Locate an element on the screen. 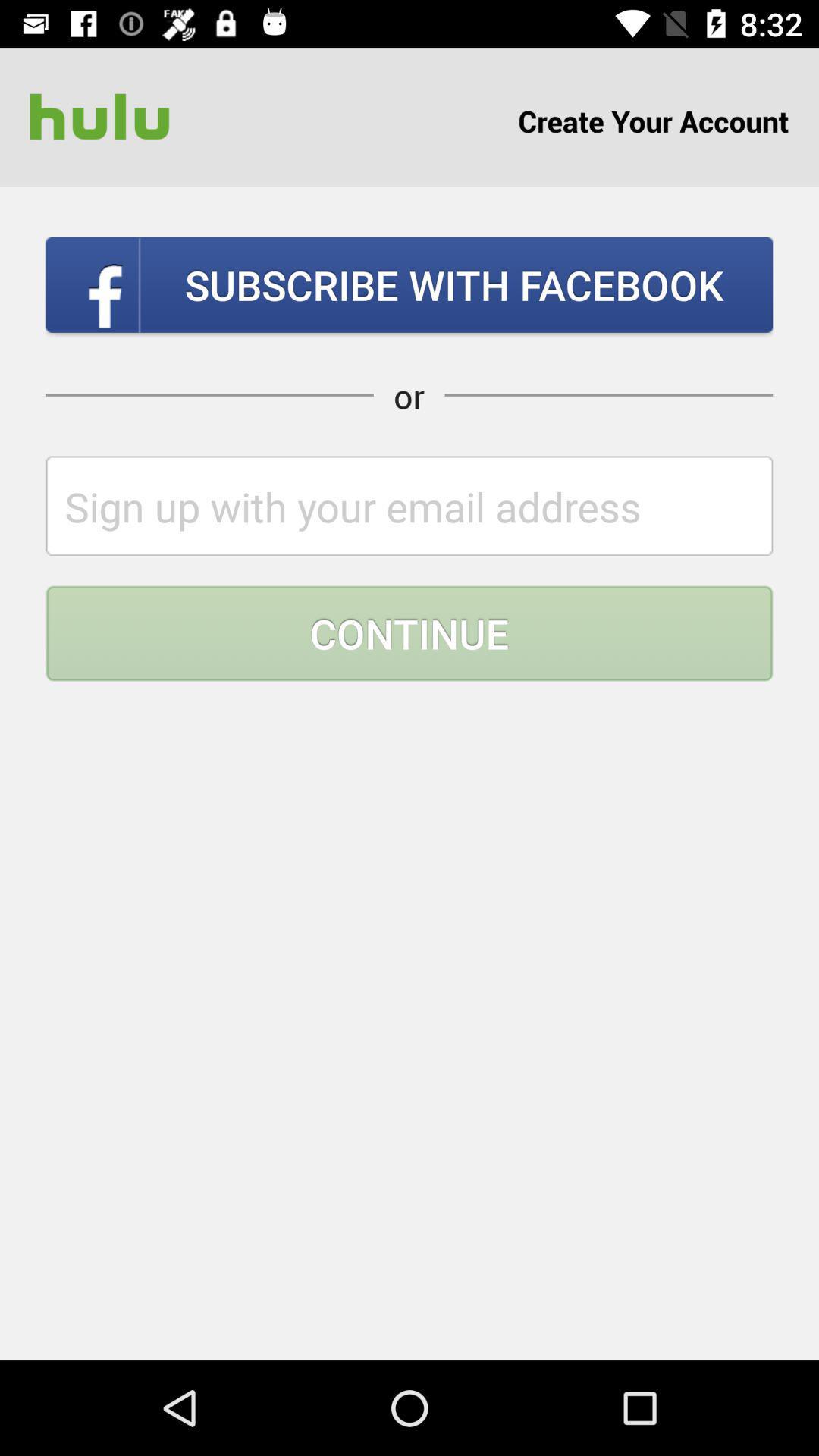  continue item is located at coordinates (409, 633).